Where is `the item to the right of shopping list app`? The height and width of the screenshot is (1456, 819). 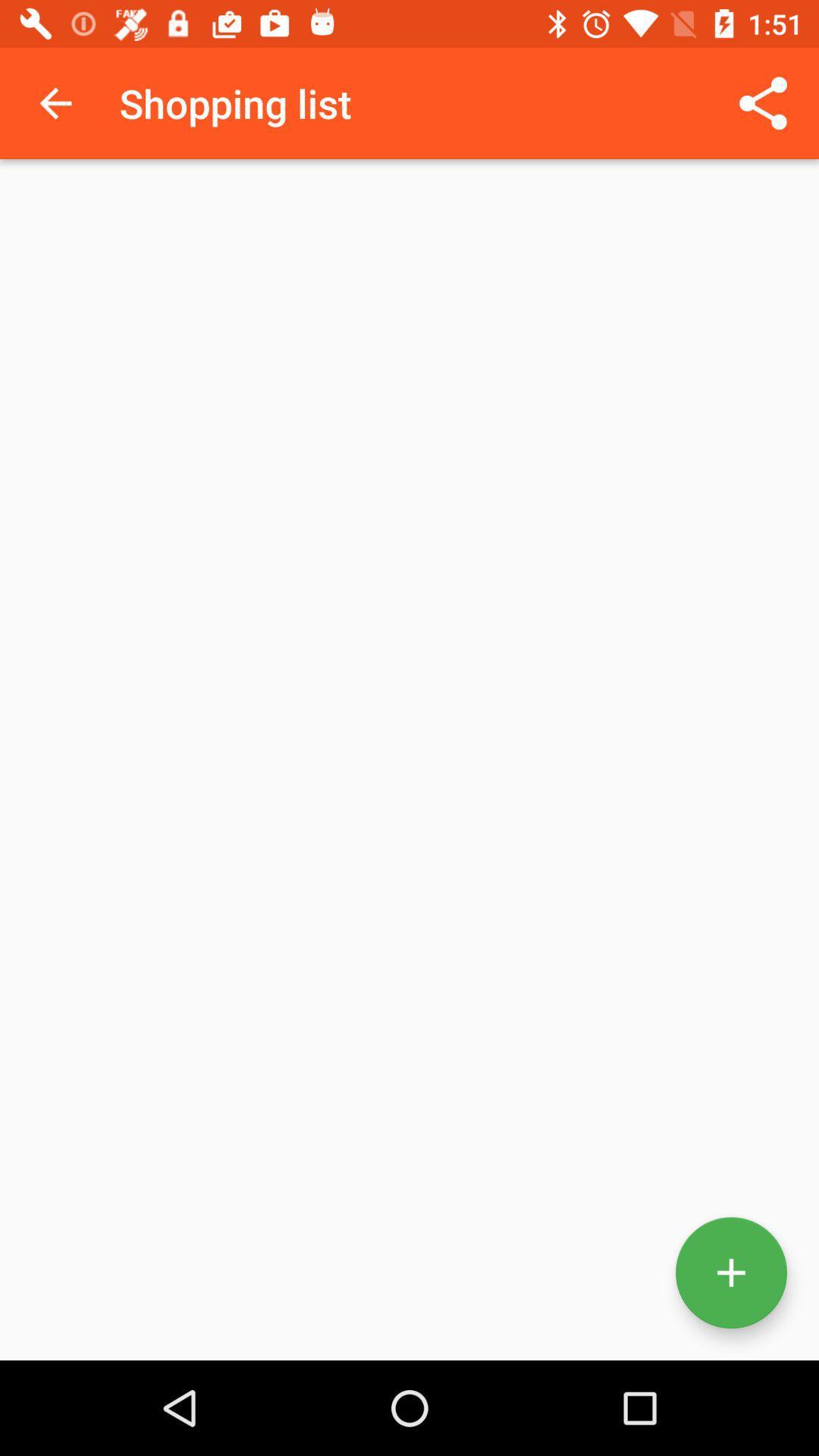
the item to the right of shopping list app is located at coordinates (763, 102).